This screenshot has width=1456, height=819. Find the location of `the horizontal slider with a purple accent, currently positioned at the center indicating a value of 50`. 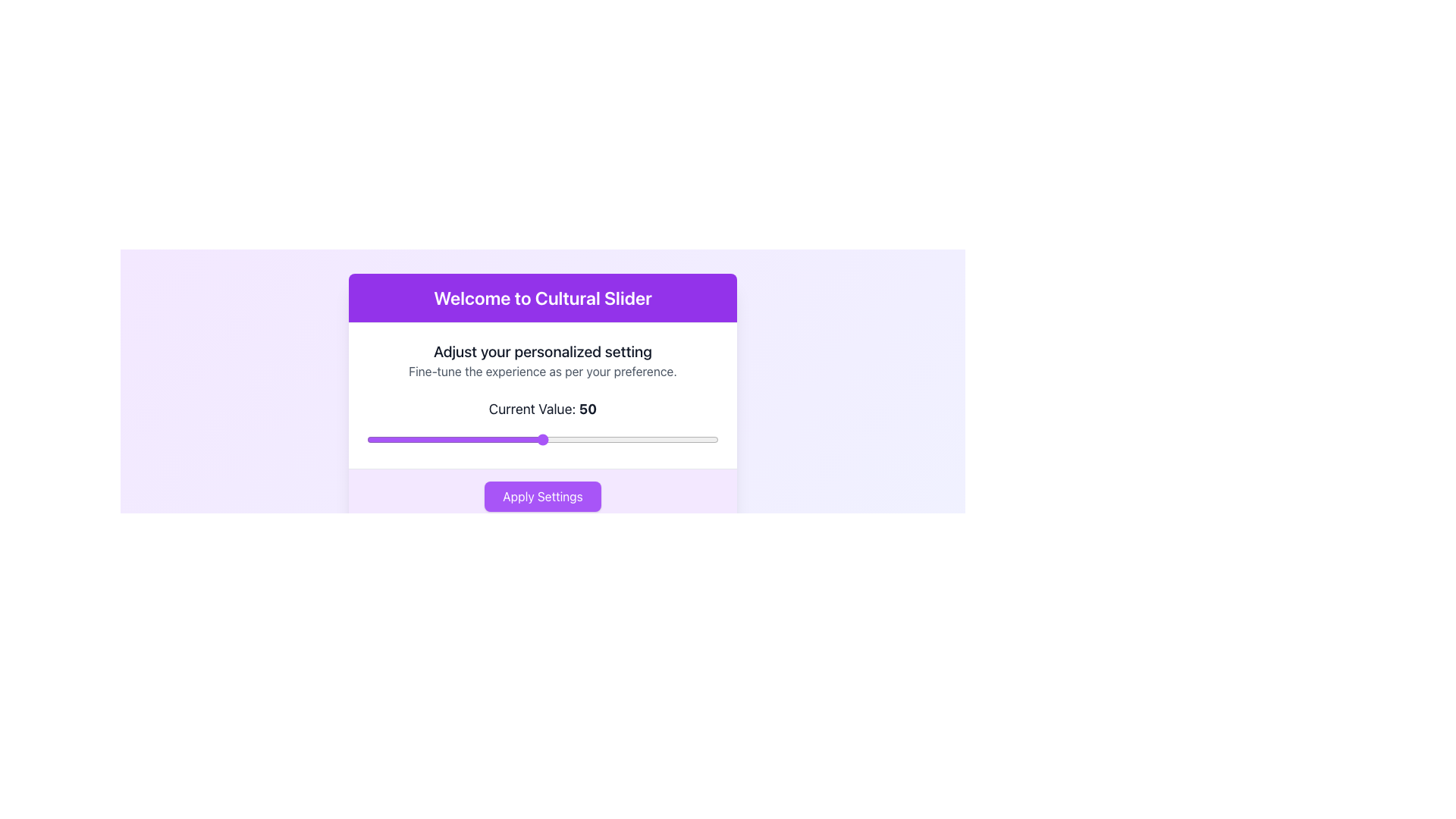

the horizontal slider with a purple accent, currently positioned at the center indicating a value of 50 is located at coordinates (542, 439).